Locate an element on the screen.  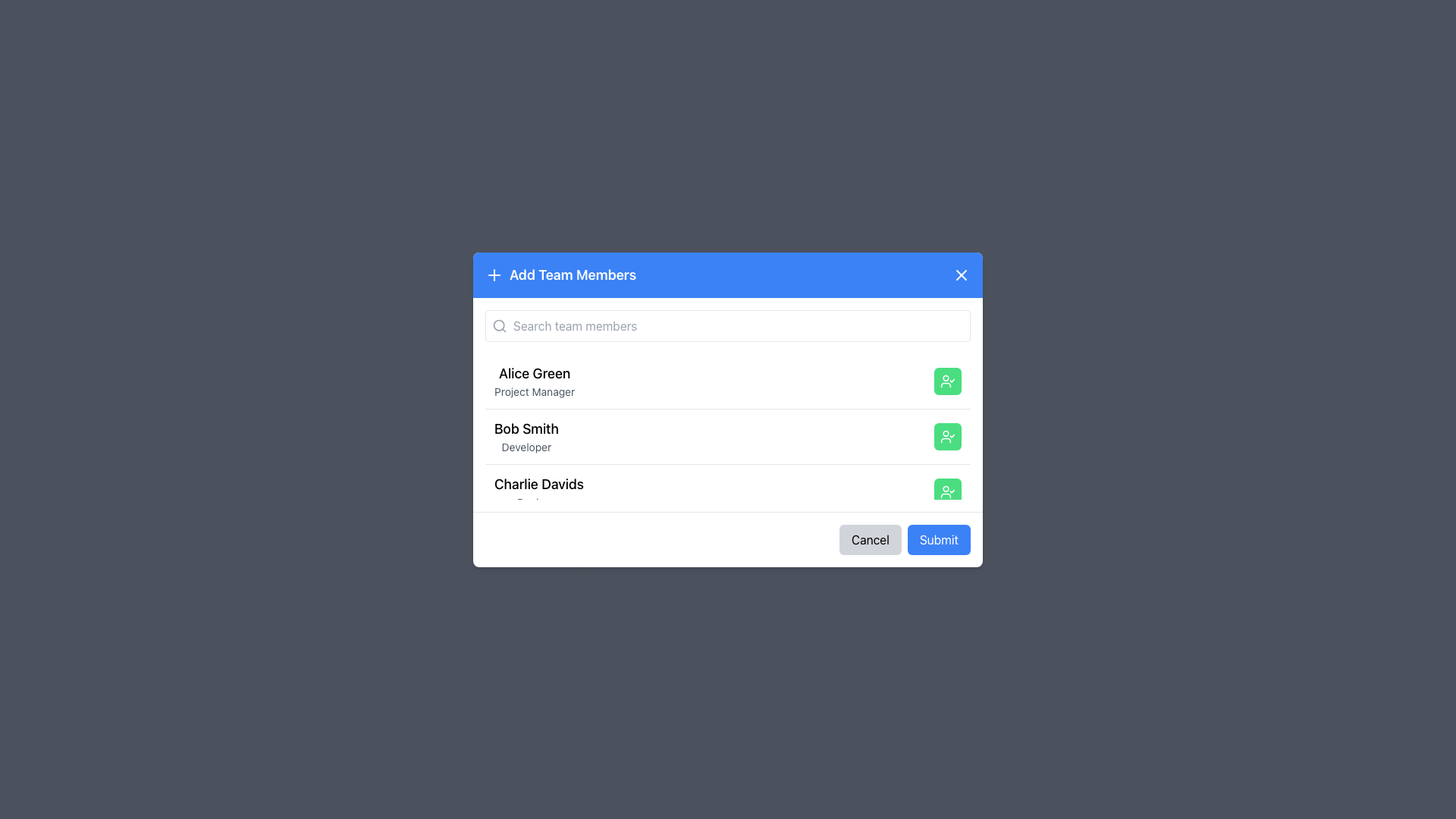
the user-check icon for 'Charlie Davids' in the 'Add Team Members' modal, which has a green background and features a user silhouette next to a checkmark is located at coordinates (946, 491).